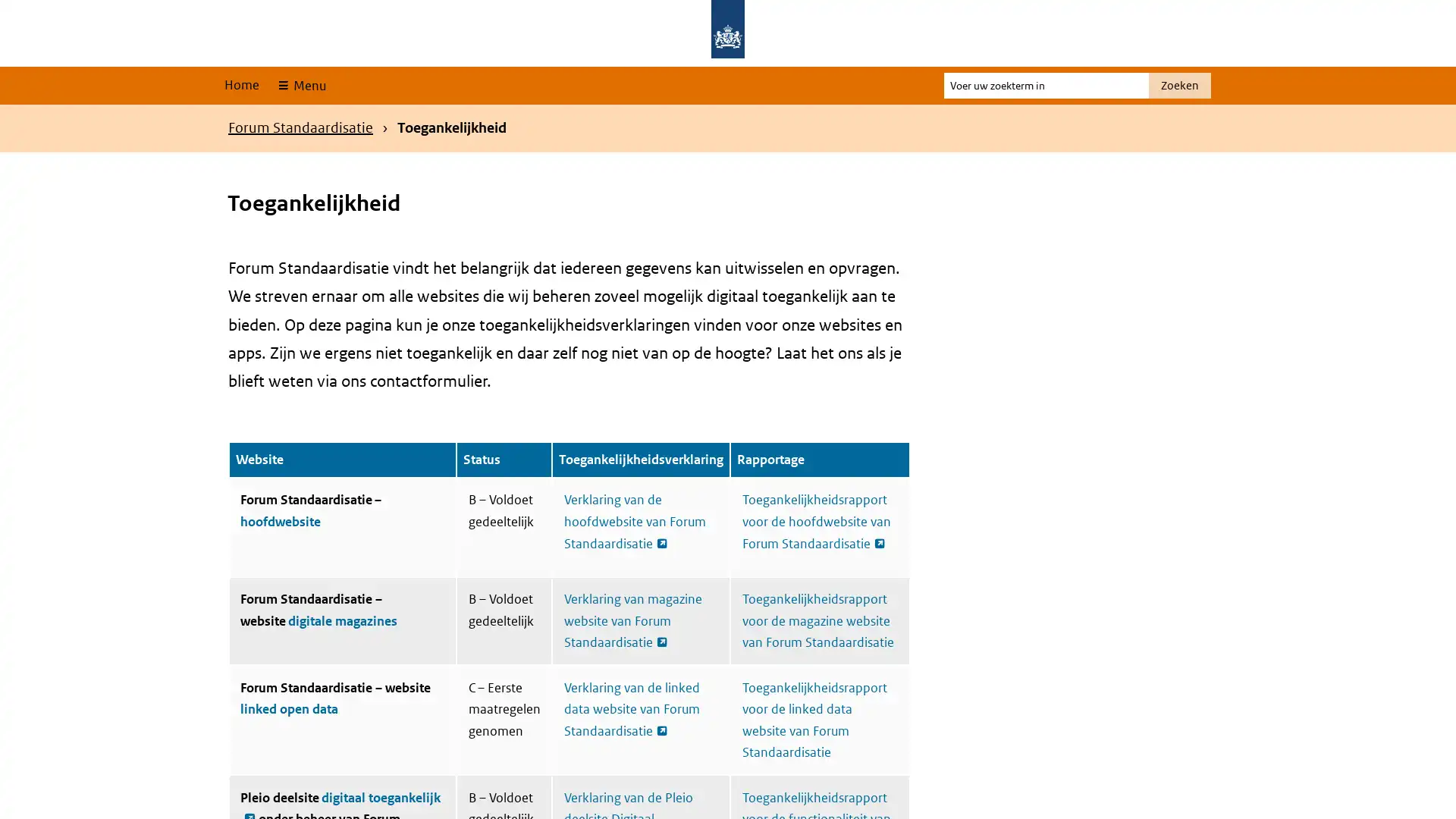 The width and height of the screenshot is (1456, 819). I want to click on Zoeken, so click(1178, 85).